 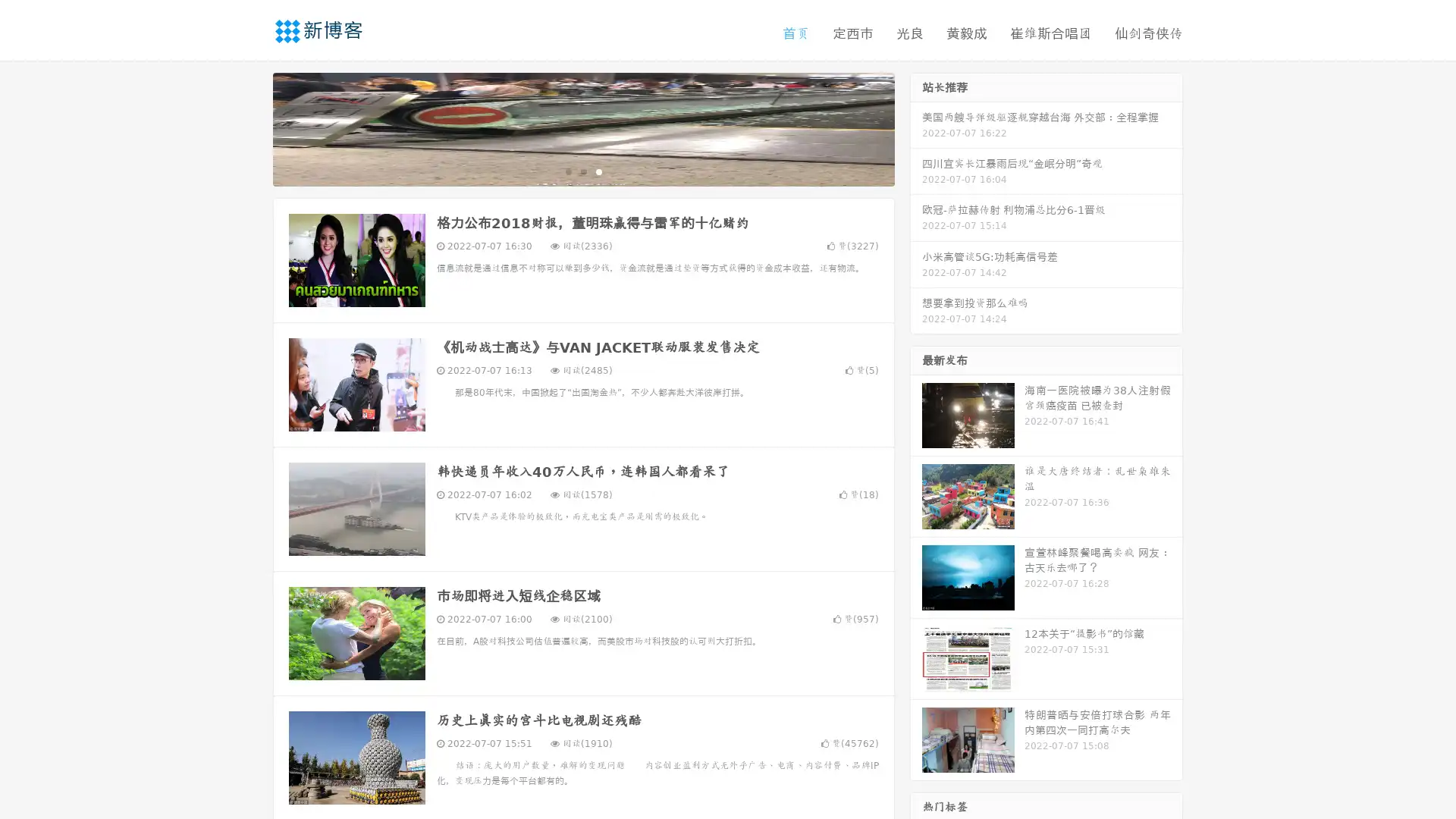 I want to click on Previous slide, so click(x=250, y=127).